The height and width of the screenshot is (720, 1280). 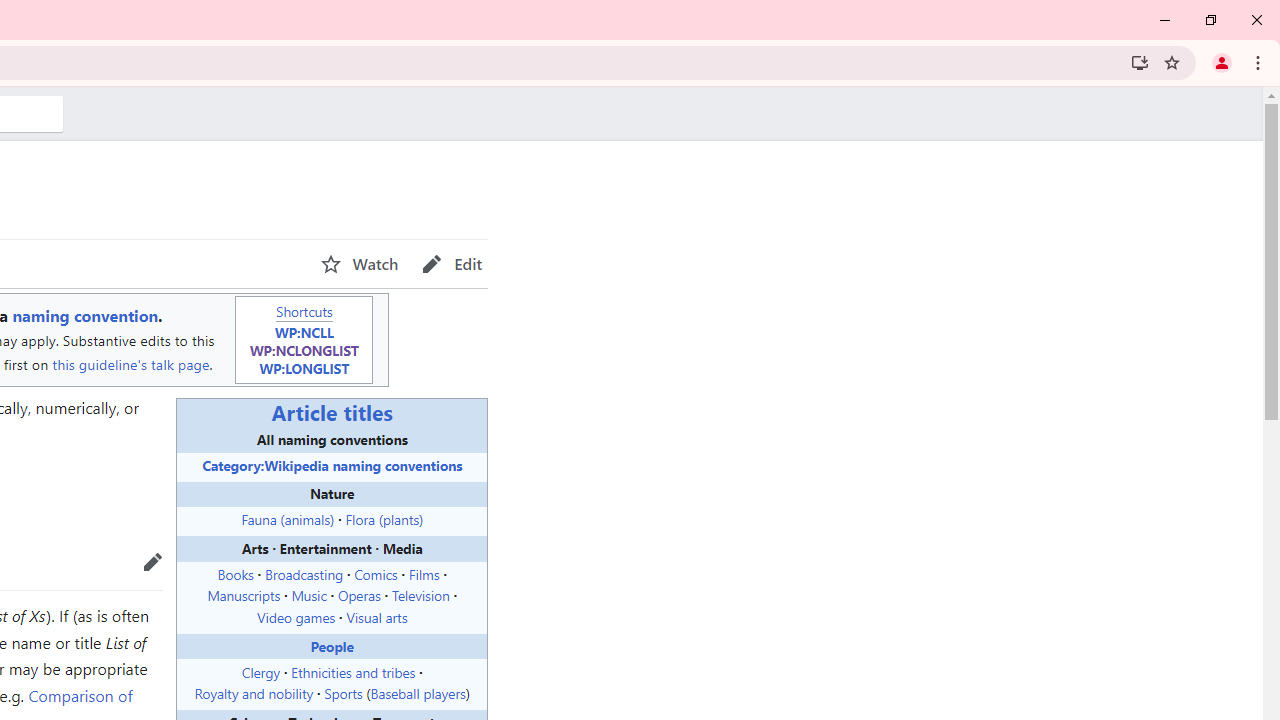 I want to click on 'People', so click(x=332, y=645).